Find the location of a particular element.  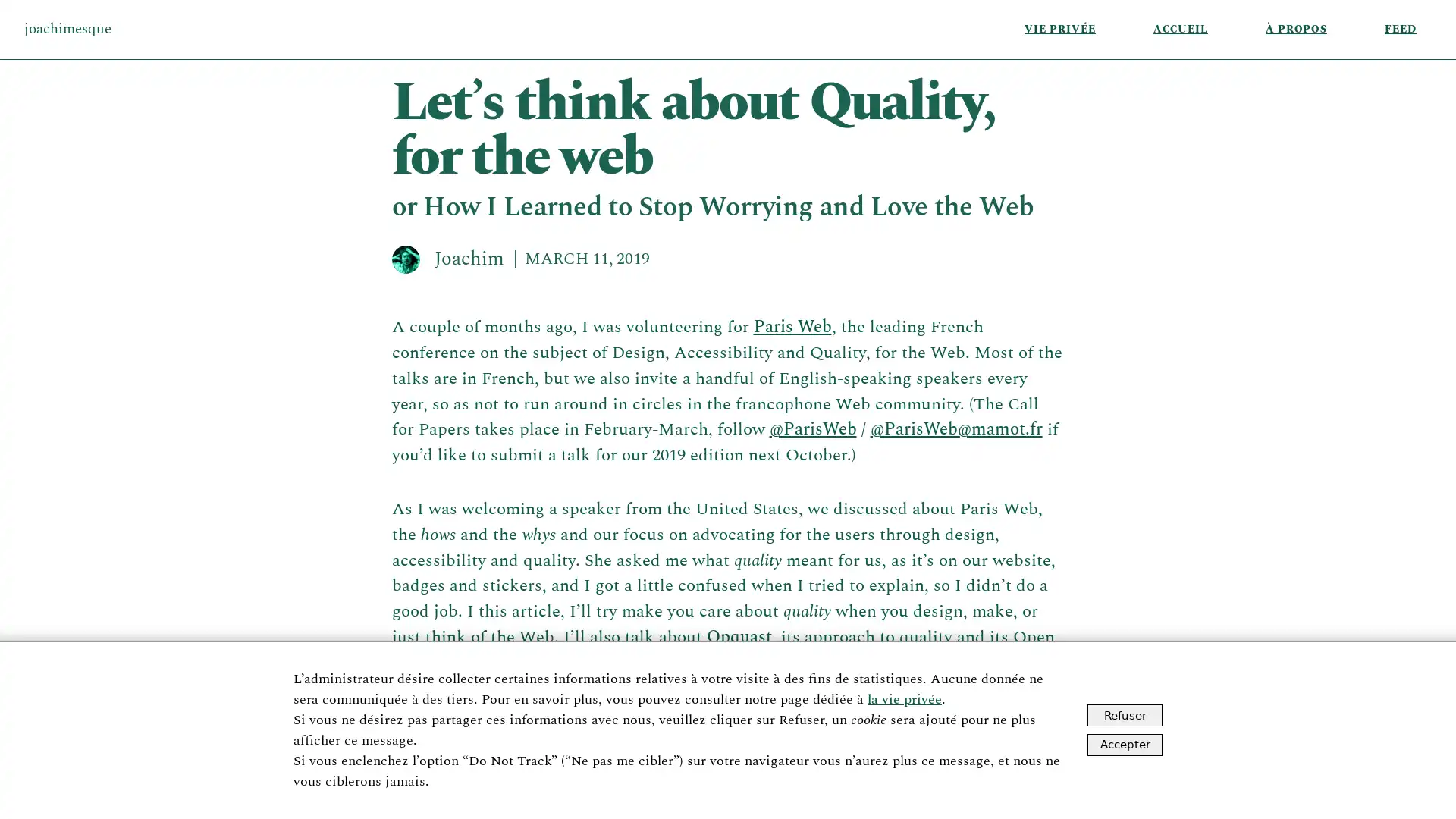

Accepter is located at coordinates (1125, 743).